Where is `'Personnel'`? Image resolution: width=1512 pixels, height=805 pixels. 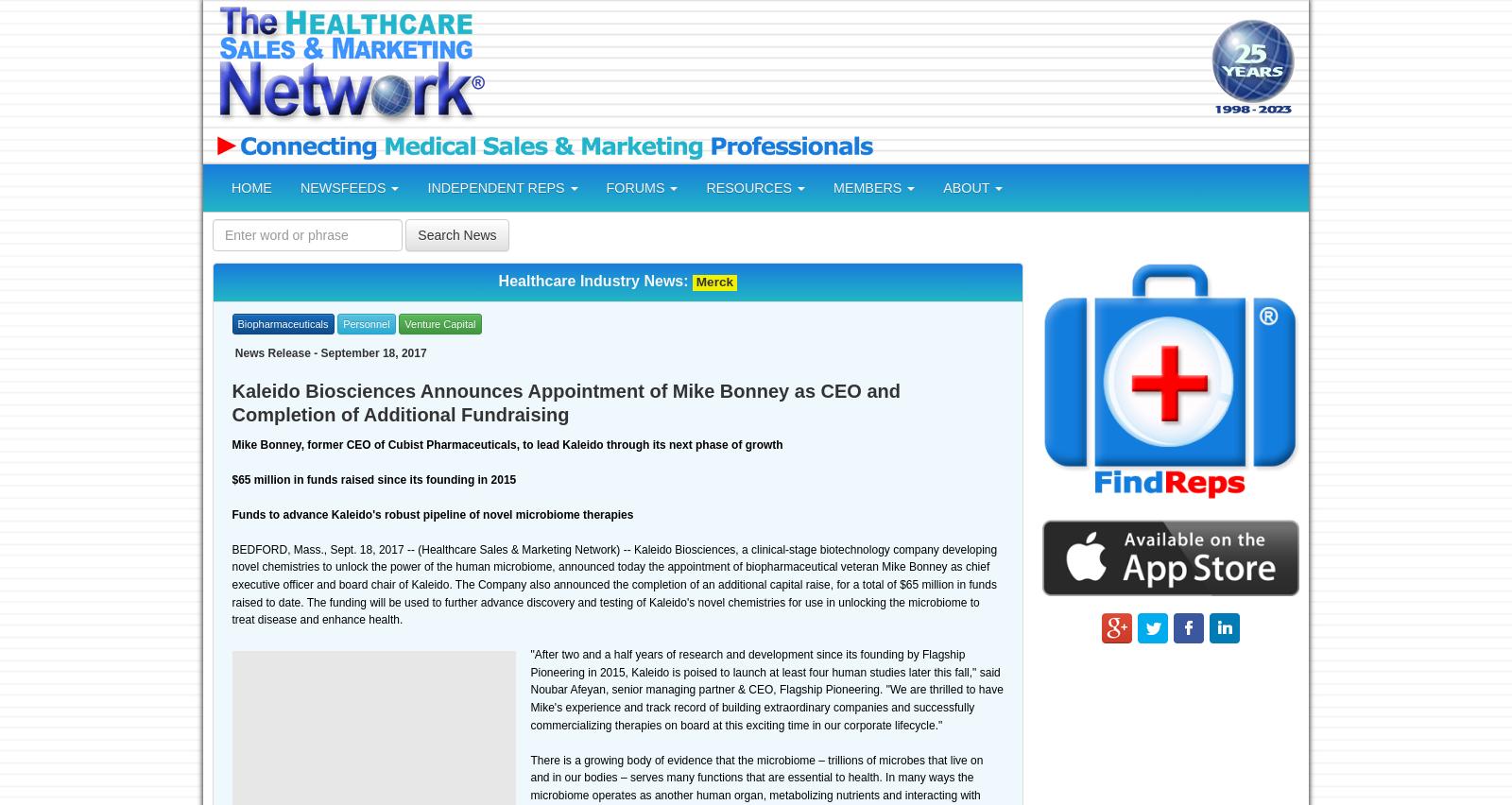
'Personnel' is located at coordinates (366, 322).